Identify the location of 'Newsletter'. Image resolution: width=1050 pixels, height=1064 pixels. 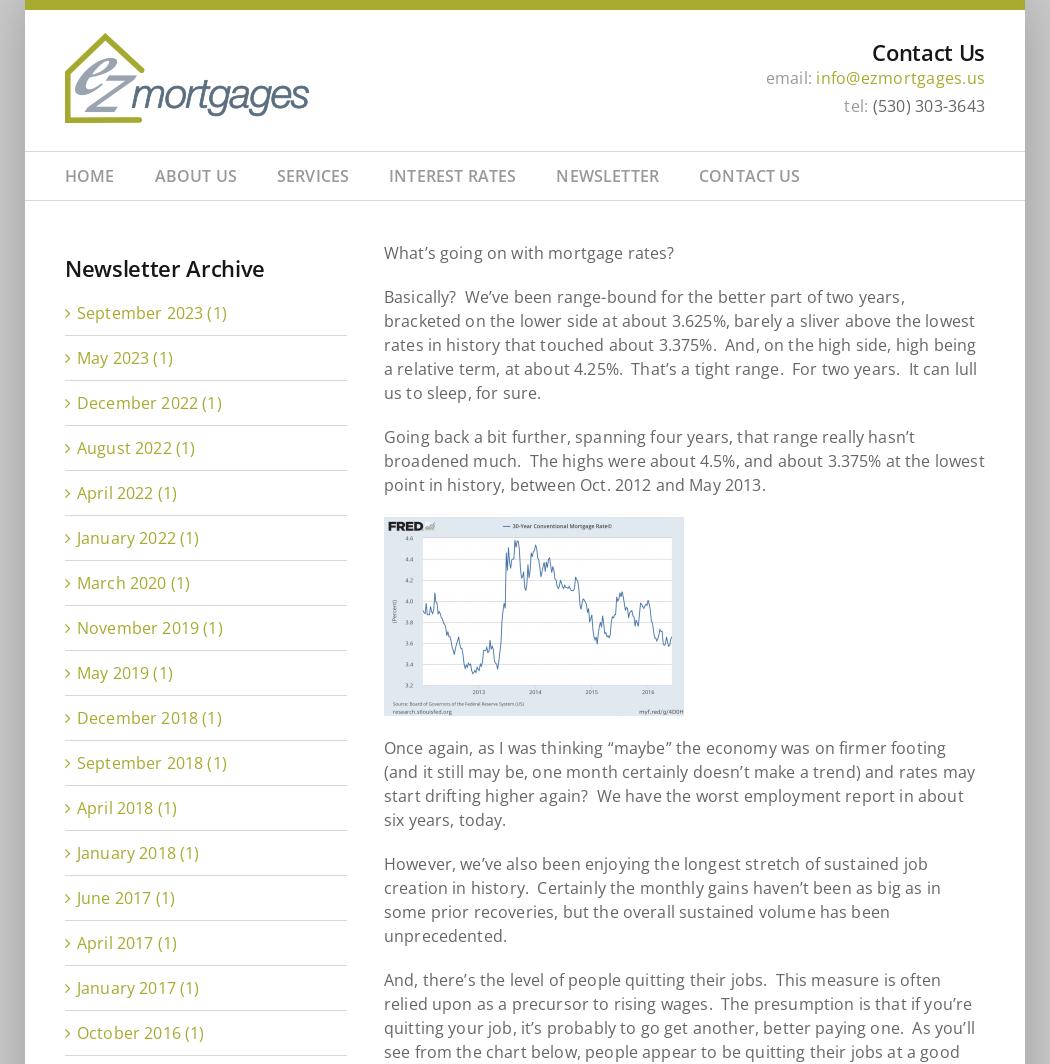
(555, 175).